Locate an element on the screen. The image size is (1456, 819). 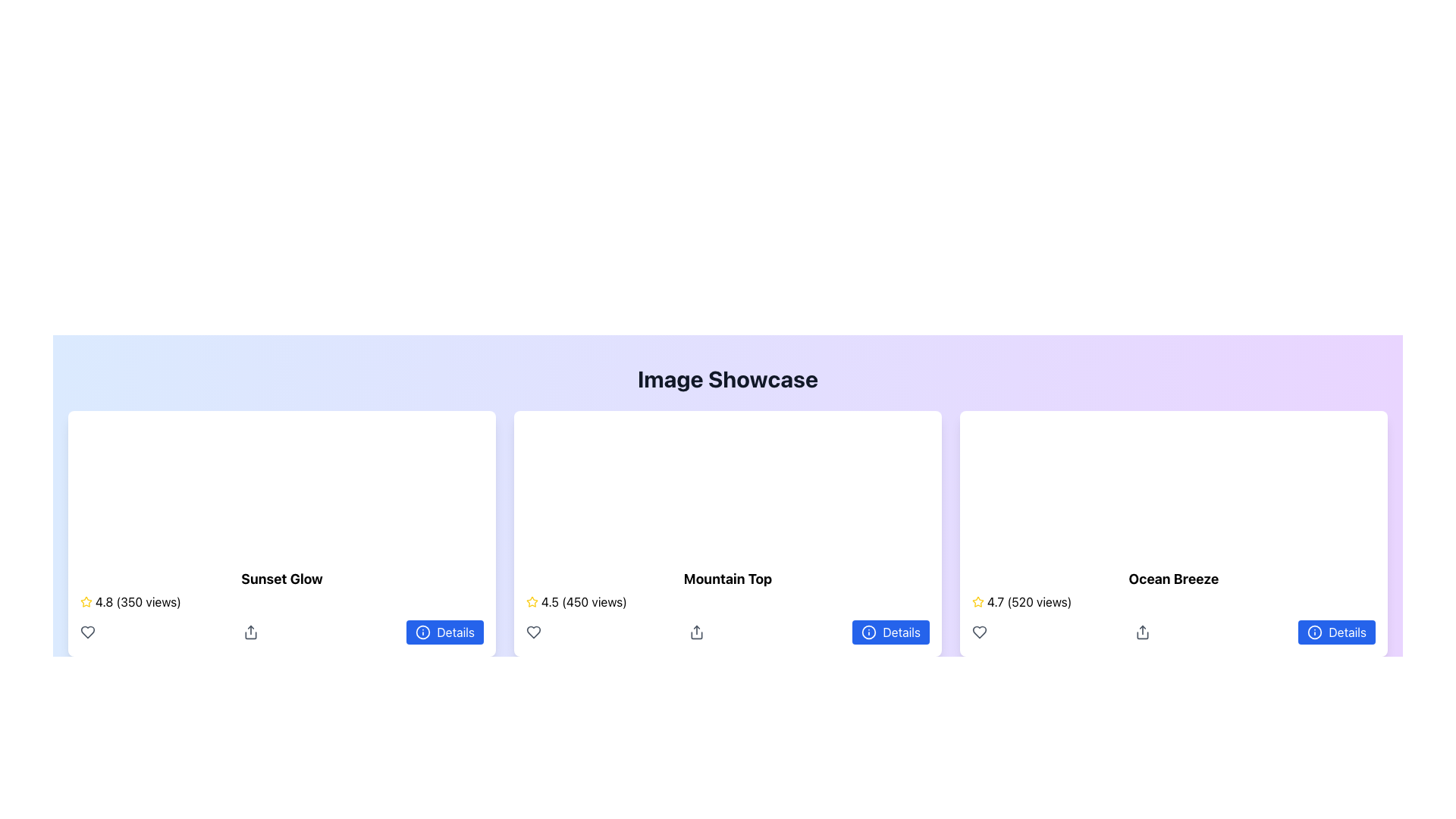
the 'Details' button with a blue background and white text, located at the bottom of the 'Sunset Glow' card is located at coordinates (444, 632).